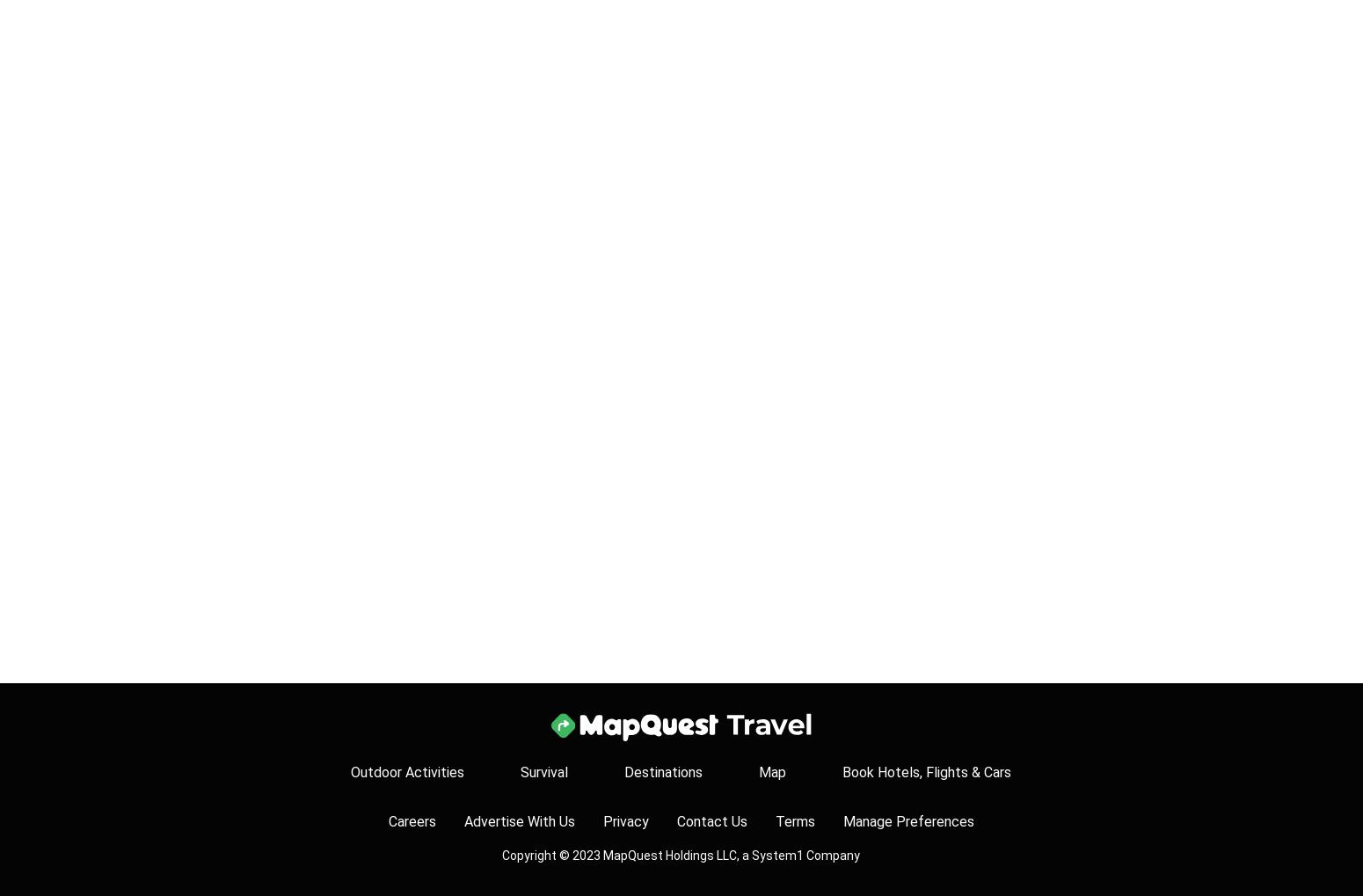 The width and height of the screenshot is (1363, 896). What do you see at coordinates (777, 855) in the screenshot?
I see `'System1'` at bounding box center [777, 855].